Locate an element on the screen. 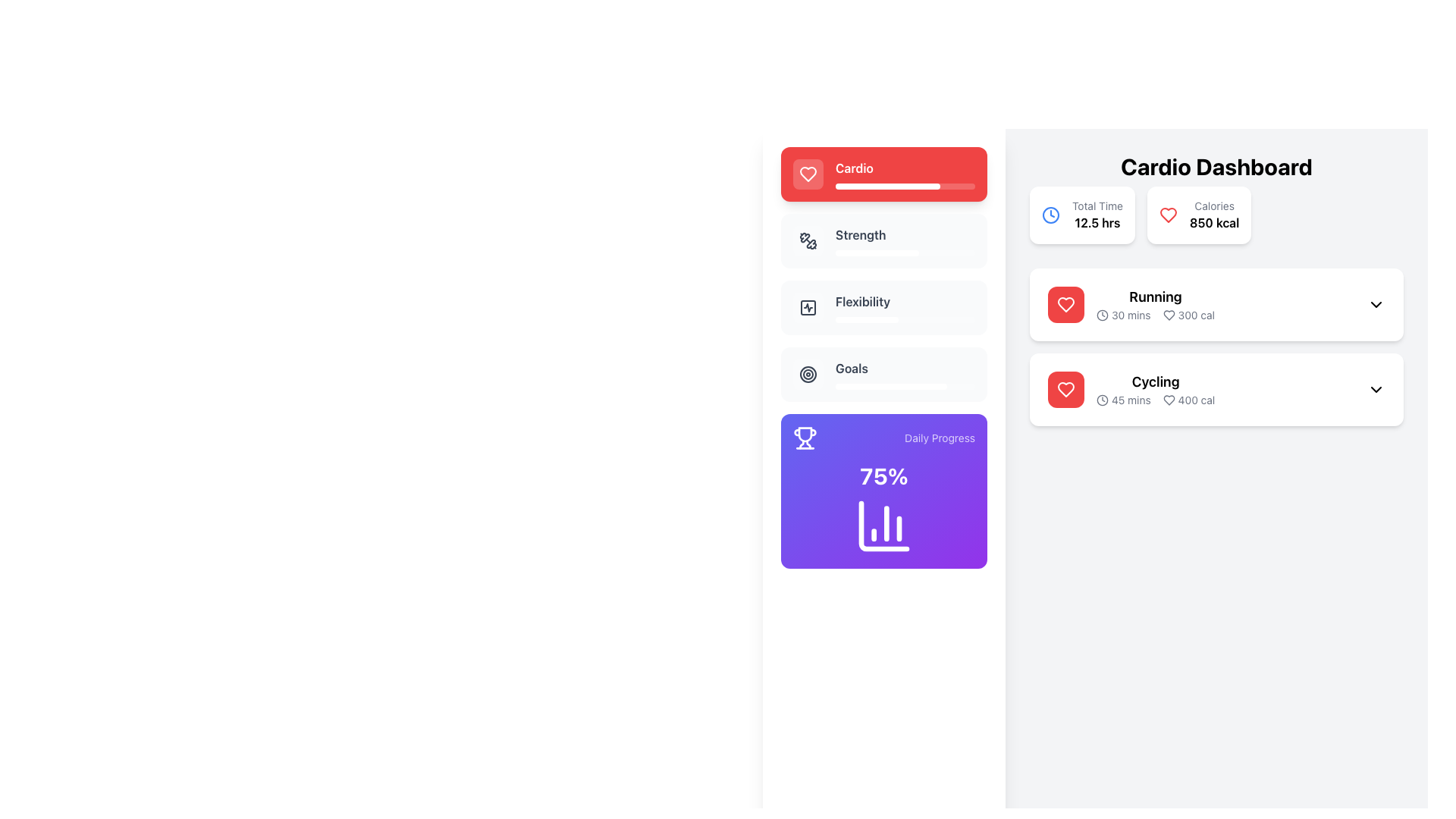  the heart icon located to the left of the 'Running' label in the Cardio Dashboard section is located at coordinates (1065, 304).